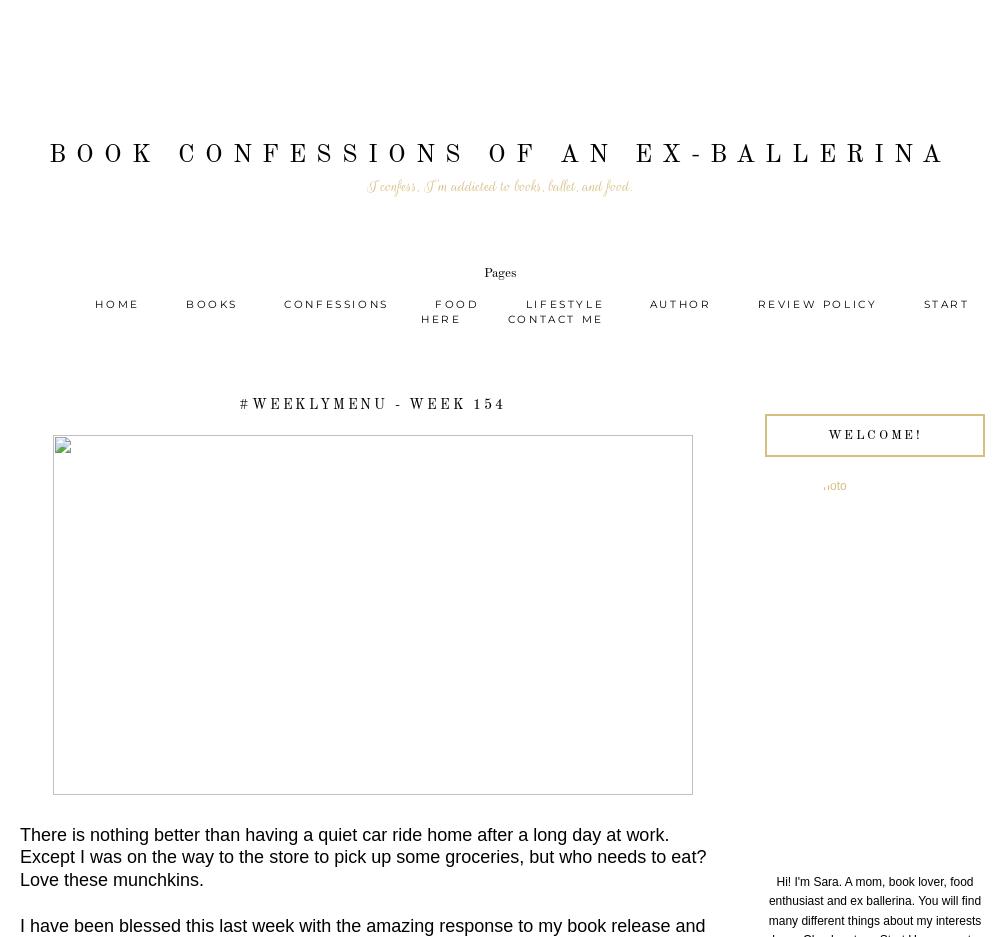 The image size is (1000, 937). Describe the element at coordinates (873, 433) in the screenshot. I see `'Welcome!'` at that location.